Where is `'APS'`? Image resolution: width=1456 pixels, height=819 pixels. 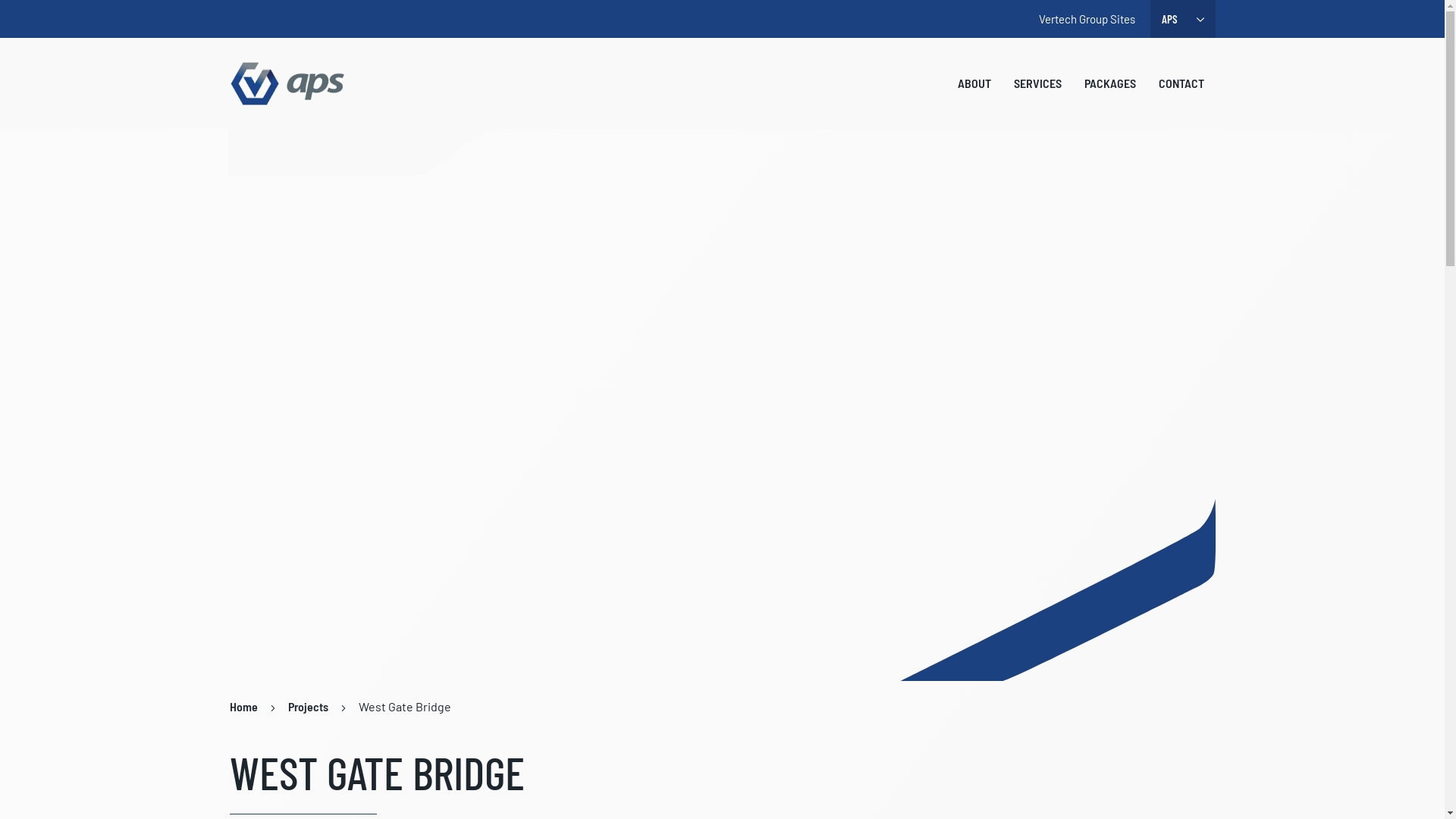 'APS' is located at coordinates (287, 83).